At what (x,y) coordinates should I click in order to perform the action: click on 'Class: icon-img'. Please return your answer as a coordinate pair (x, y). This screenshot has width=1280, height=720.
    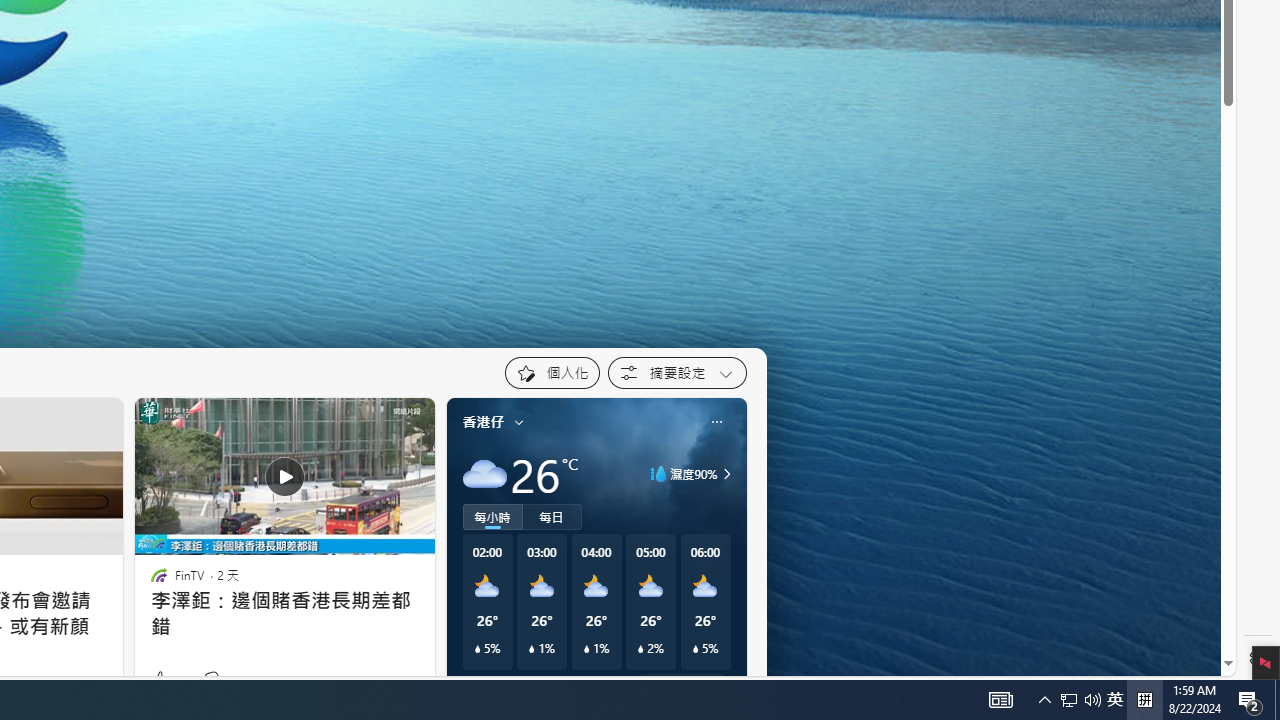
    Looking at the image, I should click on (716, 420).